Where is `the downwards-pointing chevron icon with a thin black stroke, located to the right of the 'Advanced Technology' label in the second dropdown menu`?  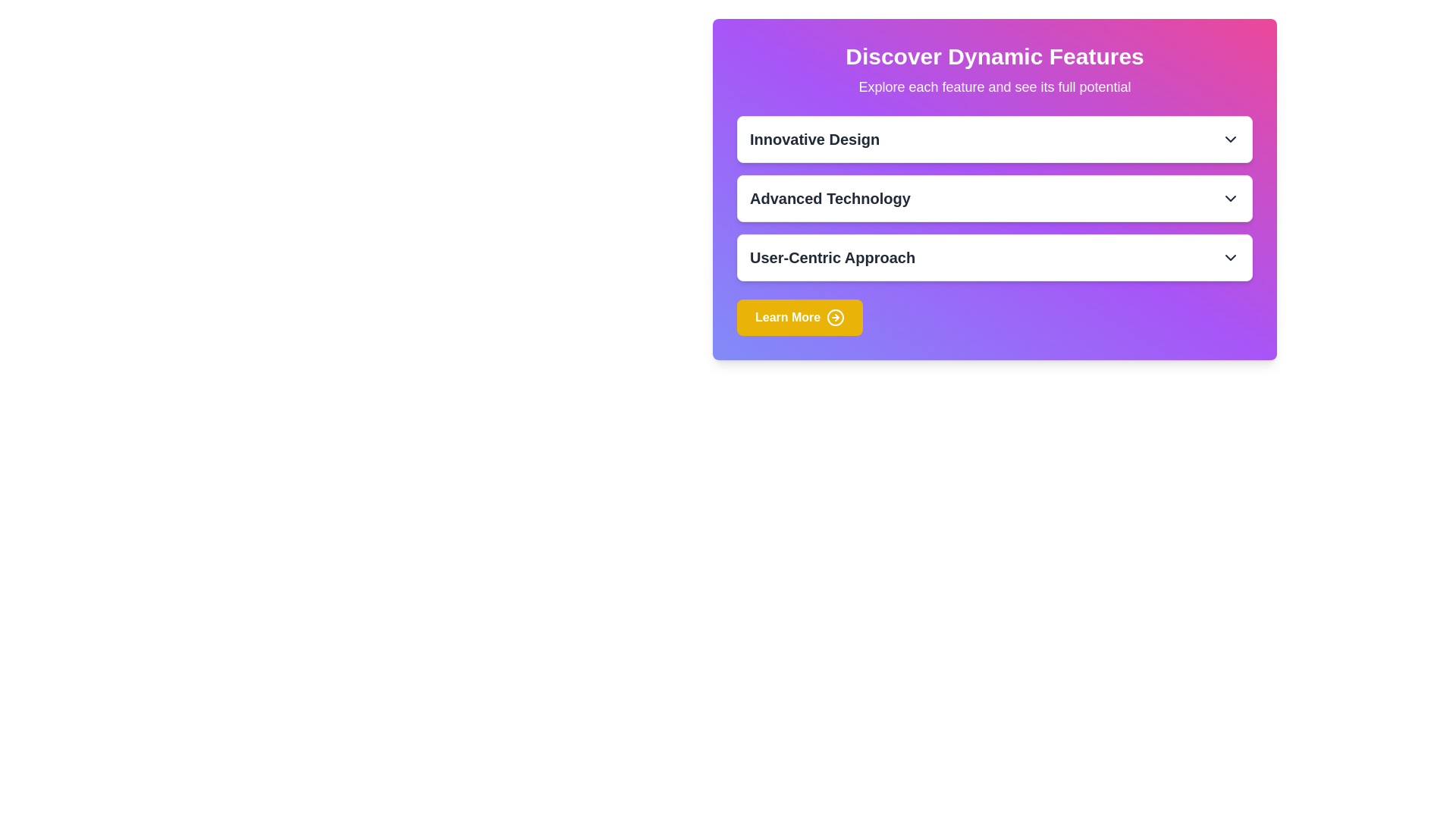 the downwards-pointing chevron icon with a thin black stroke, located to the right of the 'Advanced Technology' label in the second dropdown menu is located at coordinates (1230, 198).